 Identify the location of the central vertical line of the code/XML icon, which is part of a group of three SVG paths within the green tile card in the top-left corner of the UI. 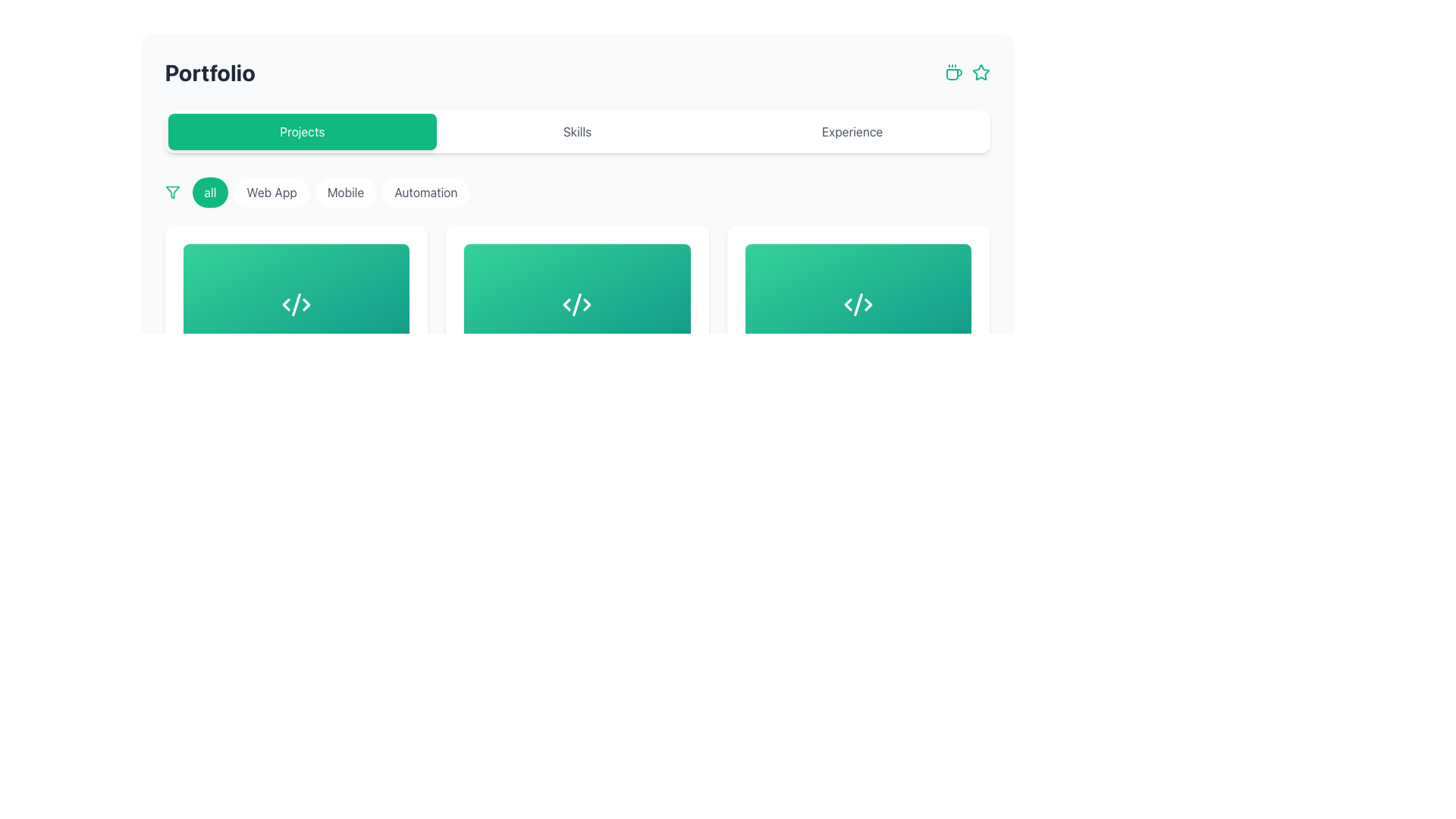
(296, 304).